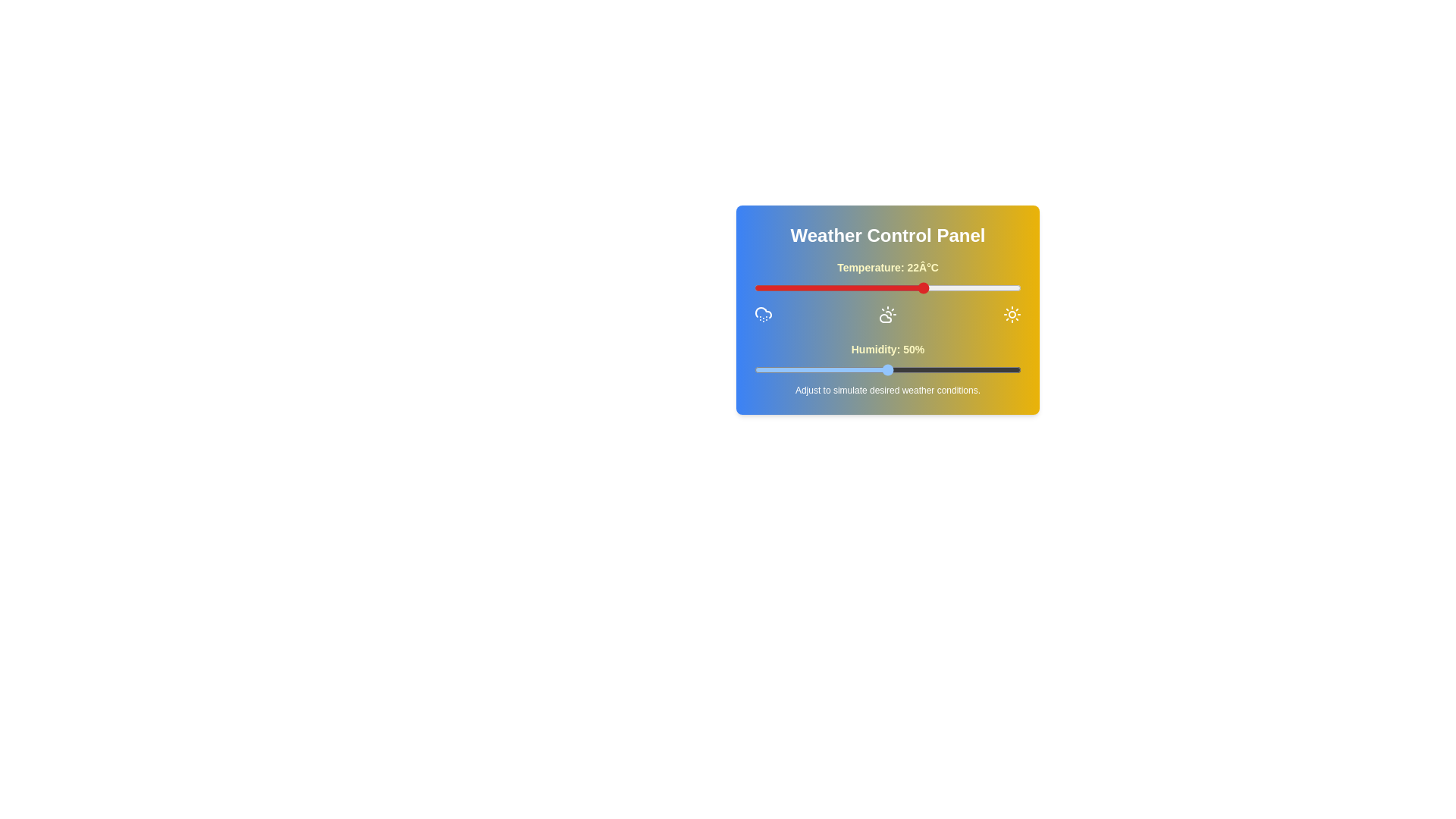 Image resolution: width=1456 pixels, height=819 pixels. I want to click on the static text label indicating the use of the slider for simulating weather conditions, located below the 'Humidity: 50%' slider in the weather control panel interface, so click(888, 390).